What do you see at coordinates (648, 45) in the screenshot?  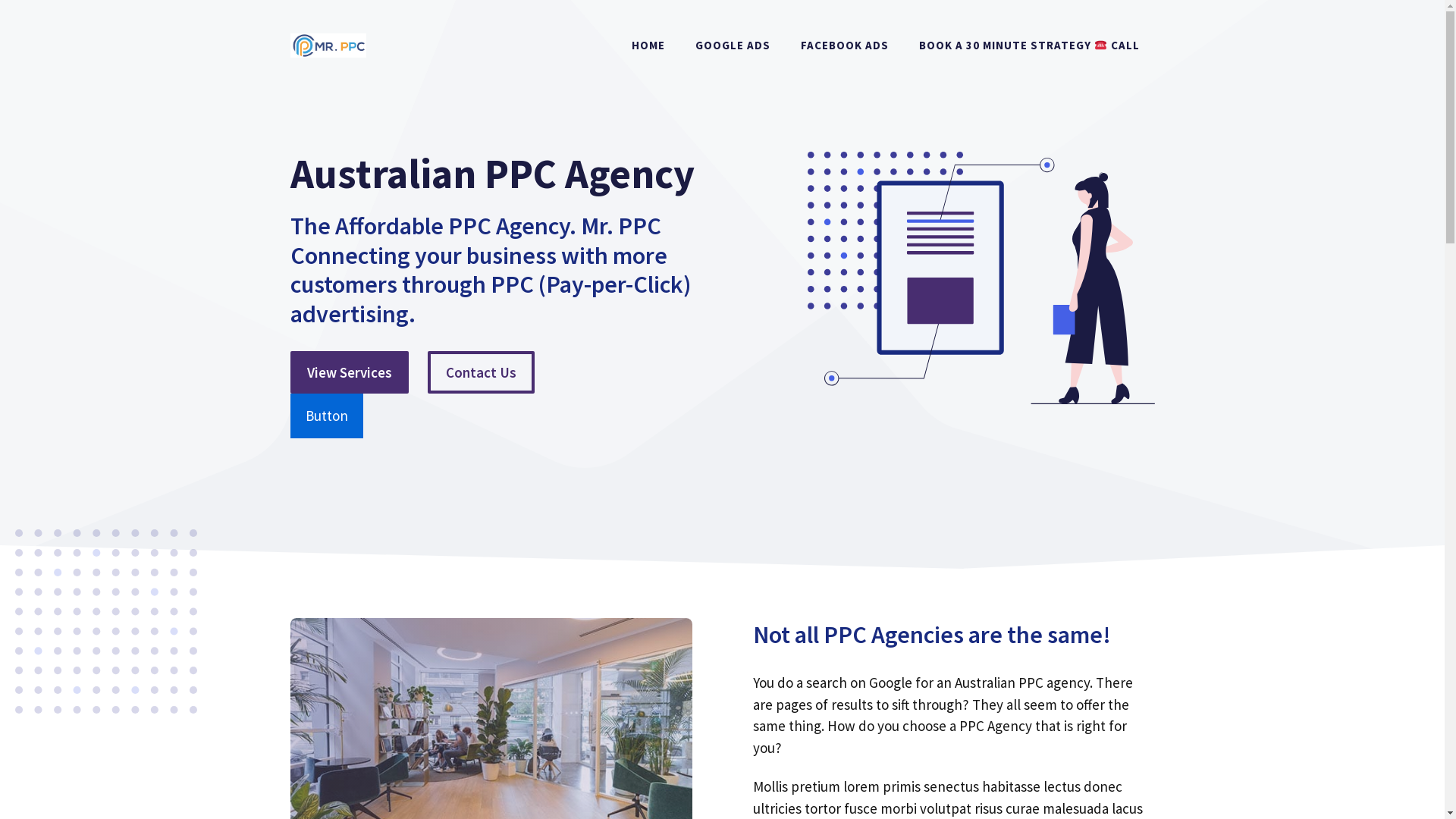 I see `'HOME'` at bounding box center [648, 45].